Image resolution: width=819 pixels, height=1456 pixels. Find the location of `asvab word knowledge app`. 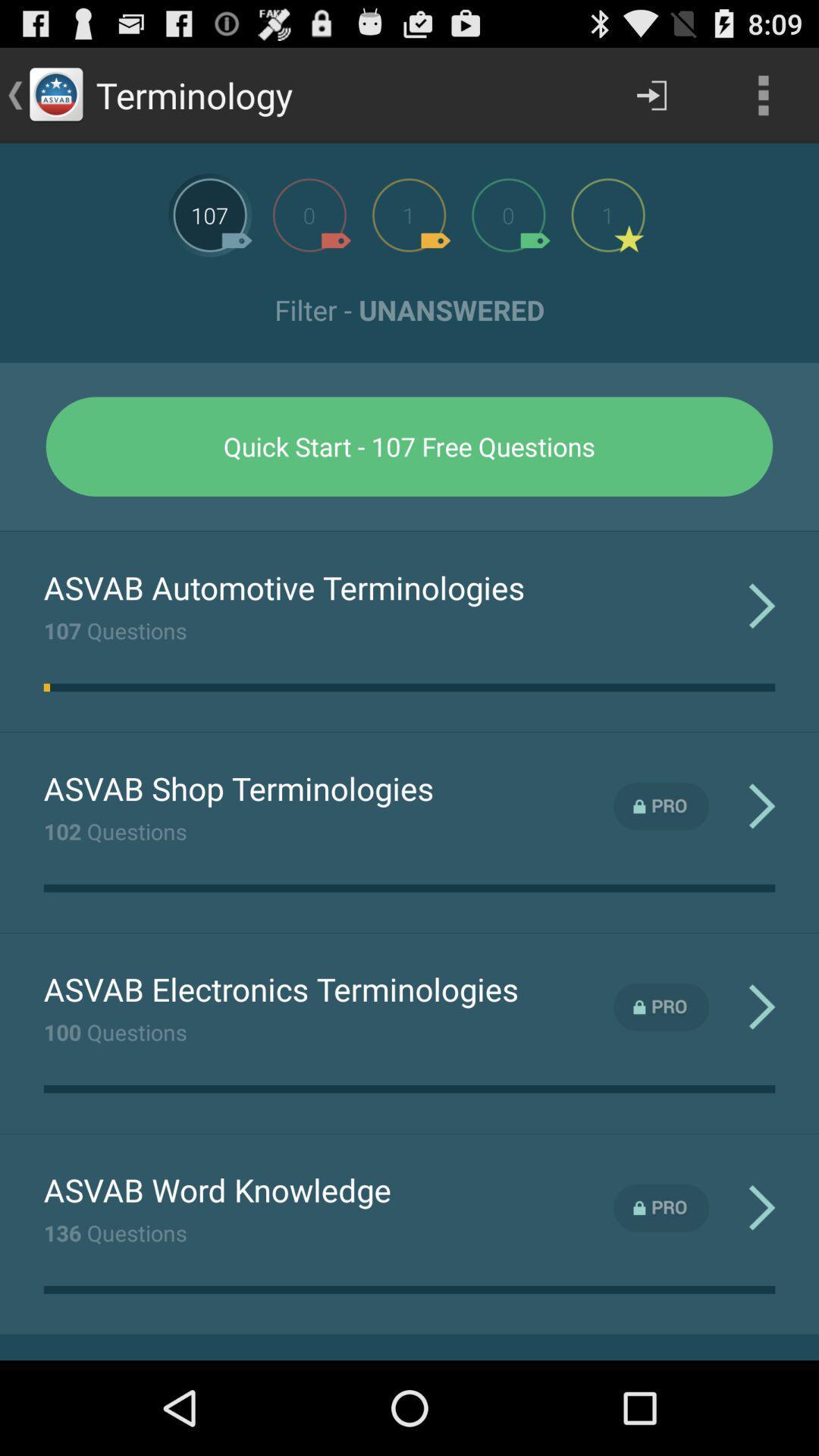

asvab word knowledge app is located at coordinates (217, 1189).